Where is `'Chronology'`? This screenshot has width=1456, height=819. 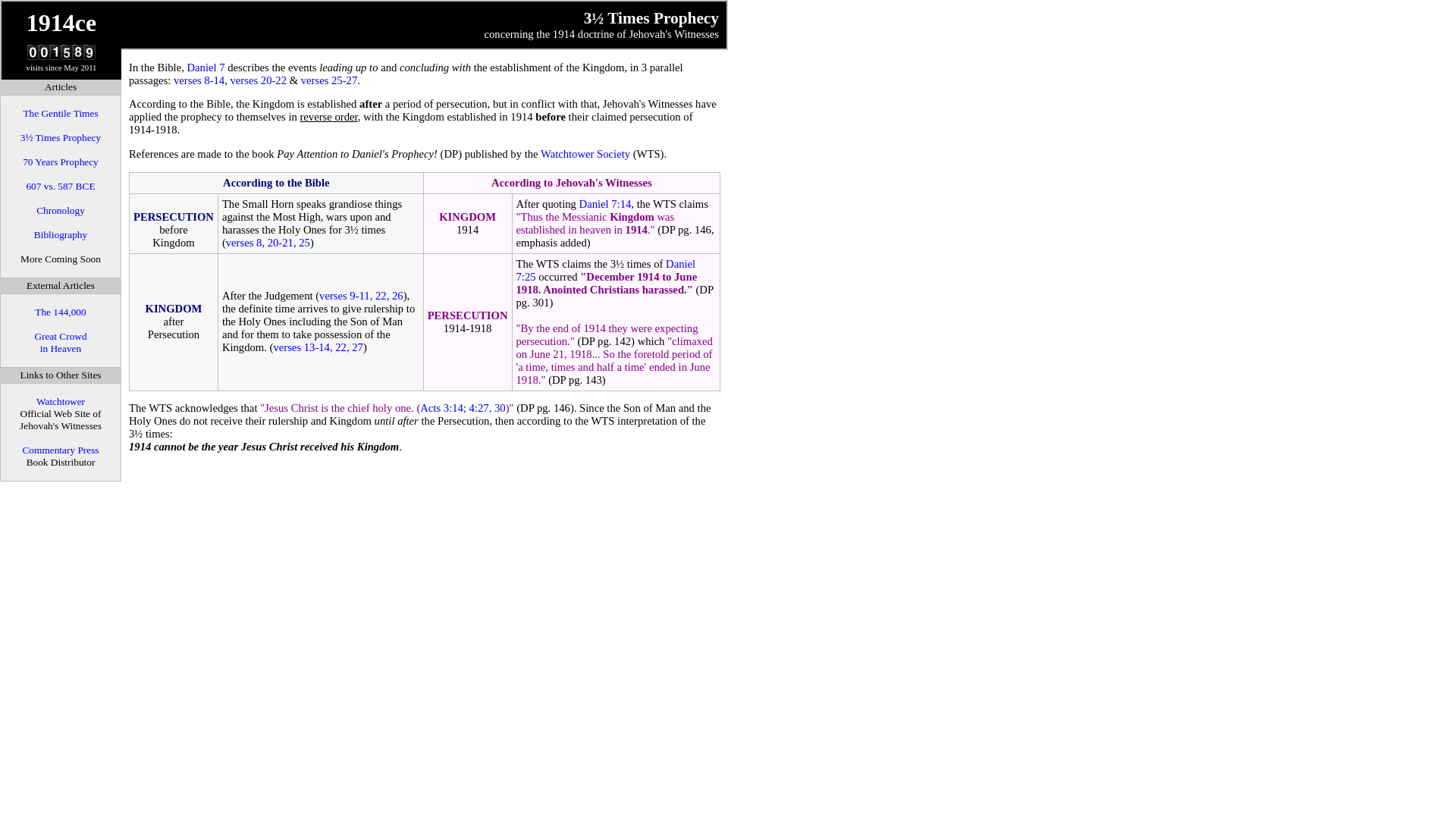 'Chronology' is located at coordinates (61, 210).